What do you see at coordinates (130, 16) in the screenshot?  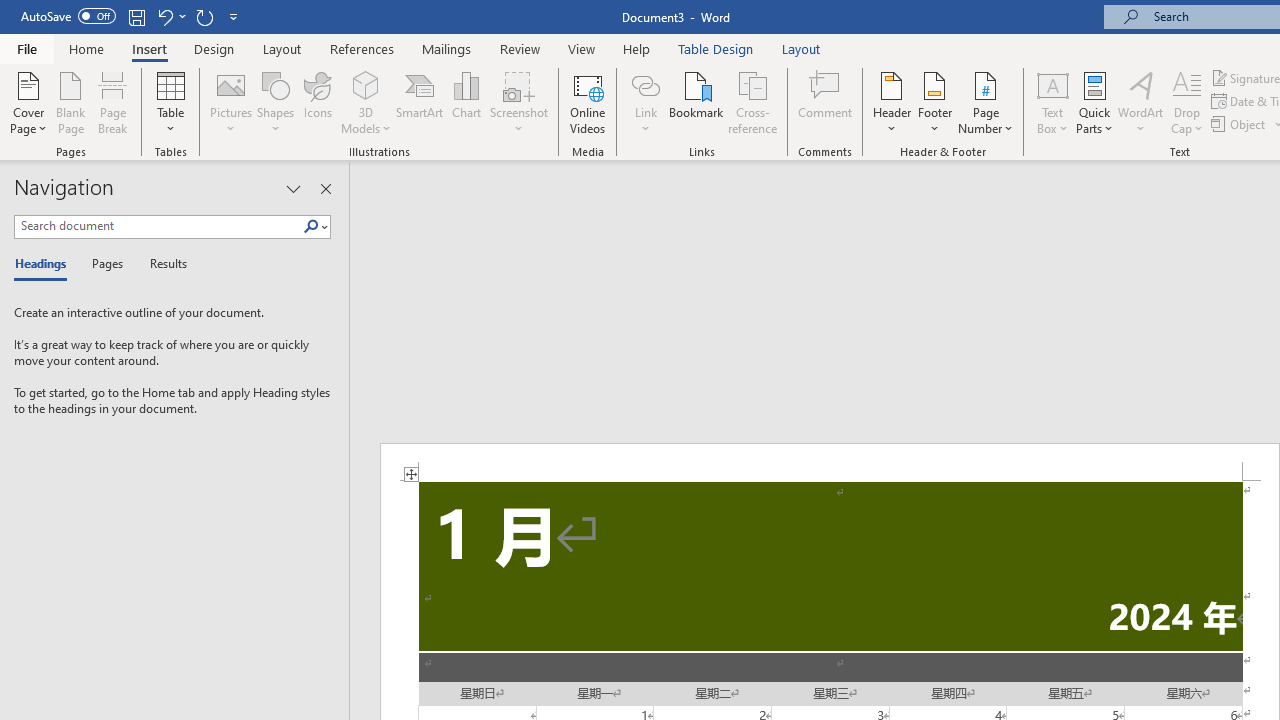 I see `'Quick Access Toolbar'` at bounding box center [130, 16].